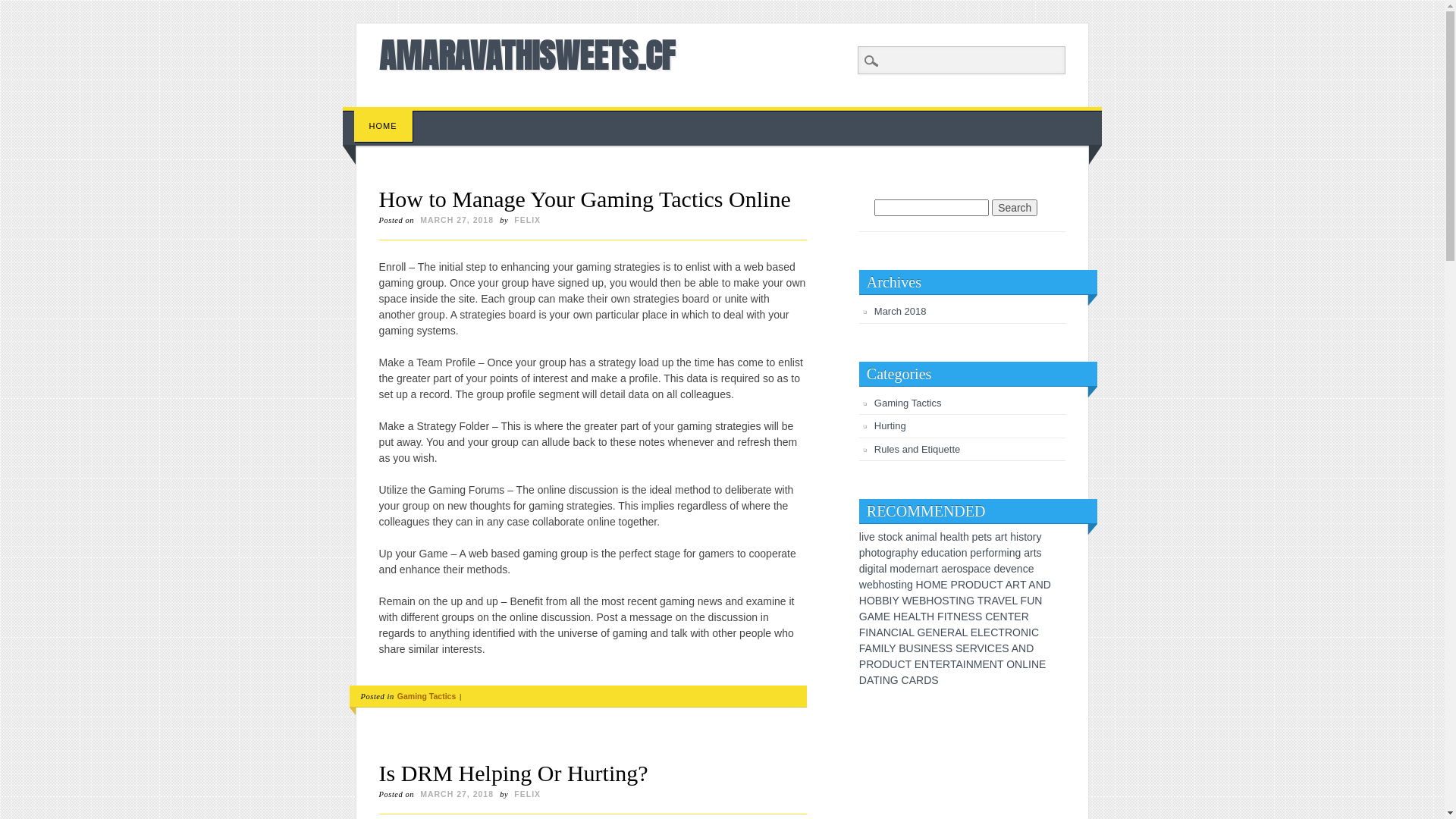 Image resolution: width=1456 pixels, height=819 pixels. Describe the element at coordinates (456, 219) in the screenshot. I see `'MARCH 27, 2018'` at that location.